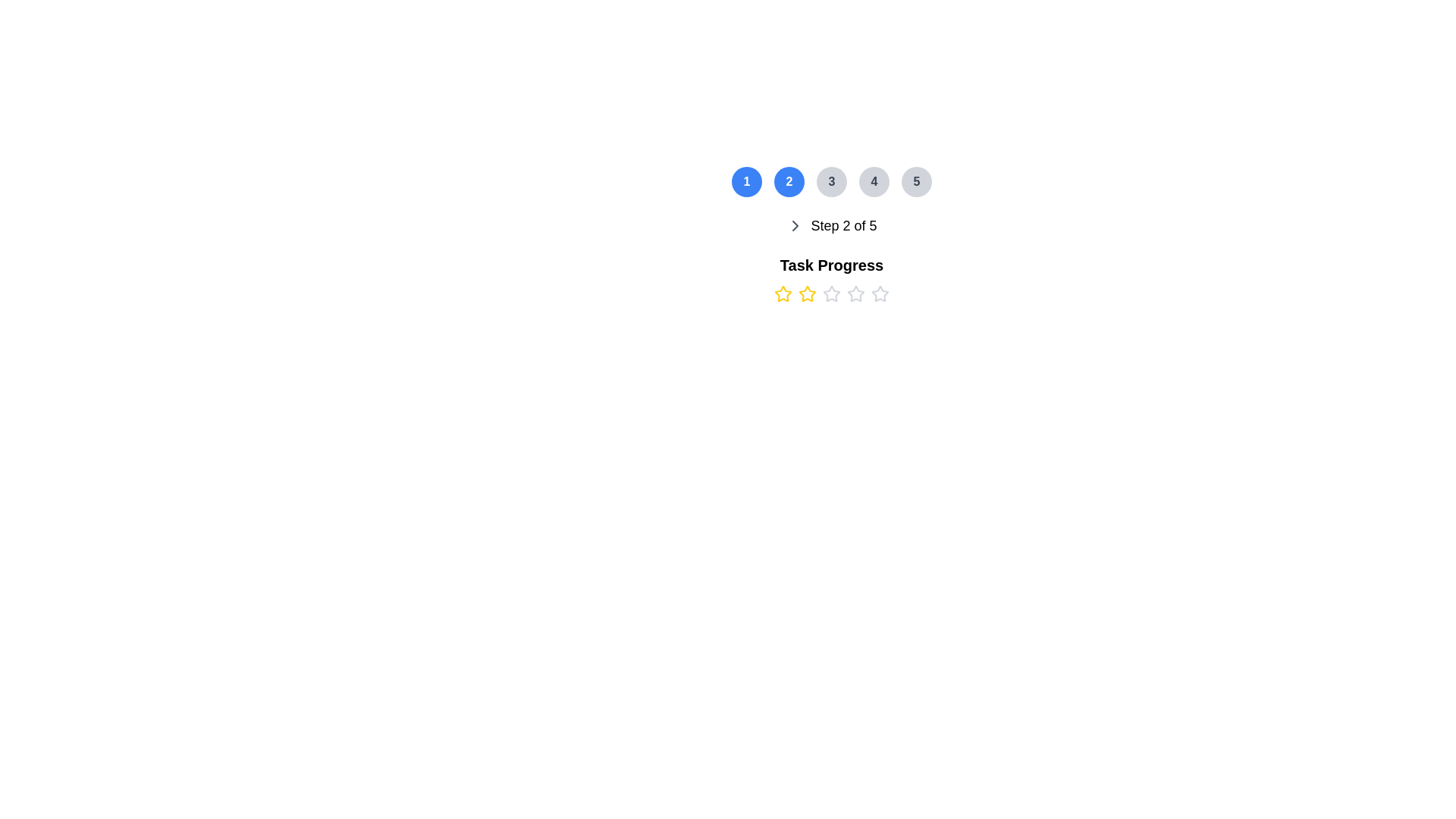 This screenshot has height=819, width=1456. What do you see at coordinates (795, 225) in the screenshot?
I see `the icon that indicates forward movement, located immediately` at bounding box center [795, 225].